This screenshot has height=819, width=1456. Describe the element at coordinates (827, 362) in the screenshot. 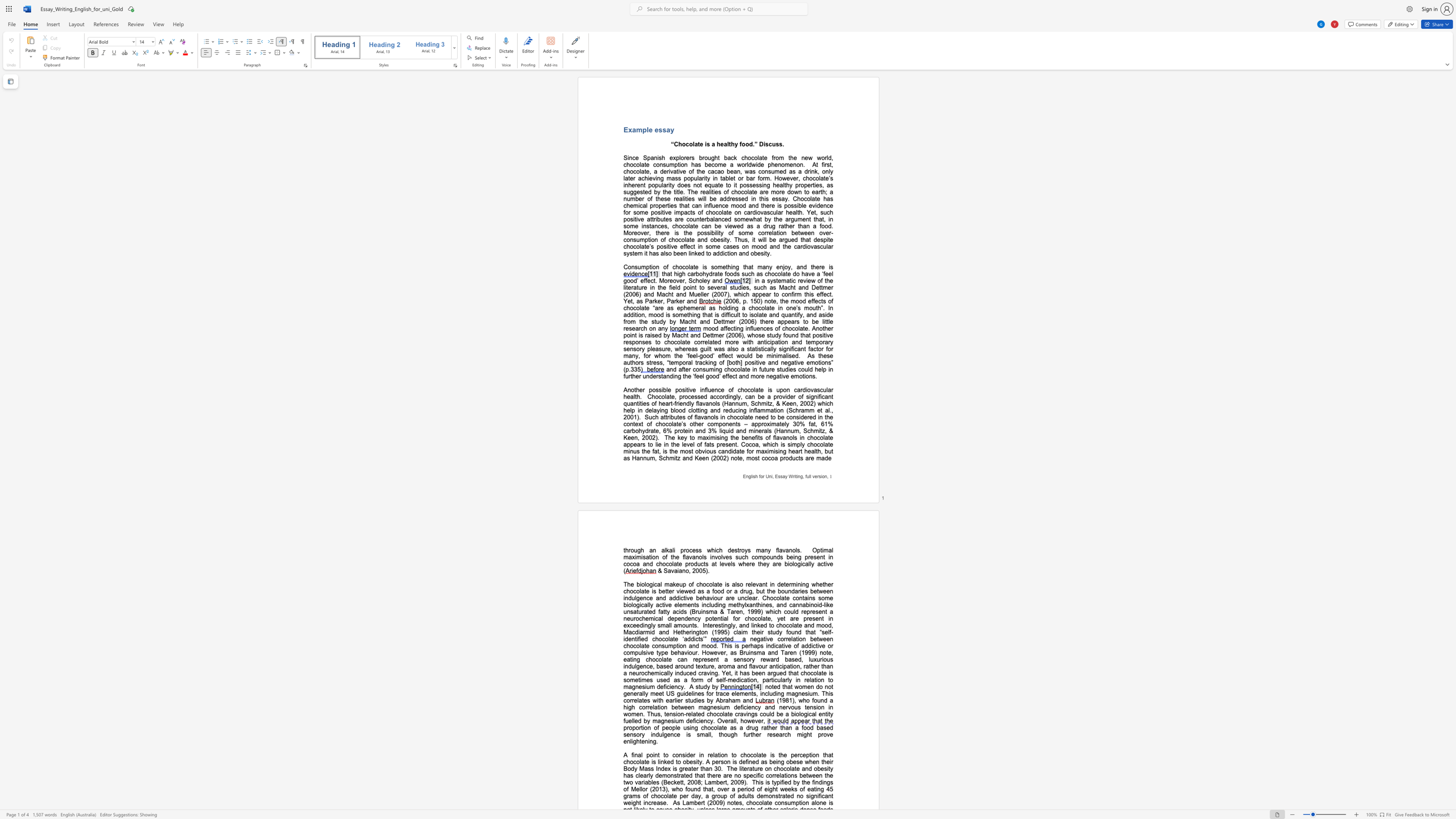

I see `the subset text "s” (p.33" within the text "As these authors stress, “temporal tracking of [both] positive and negative emotions” (p.335"` at that location.